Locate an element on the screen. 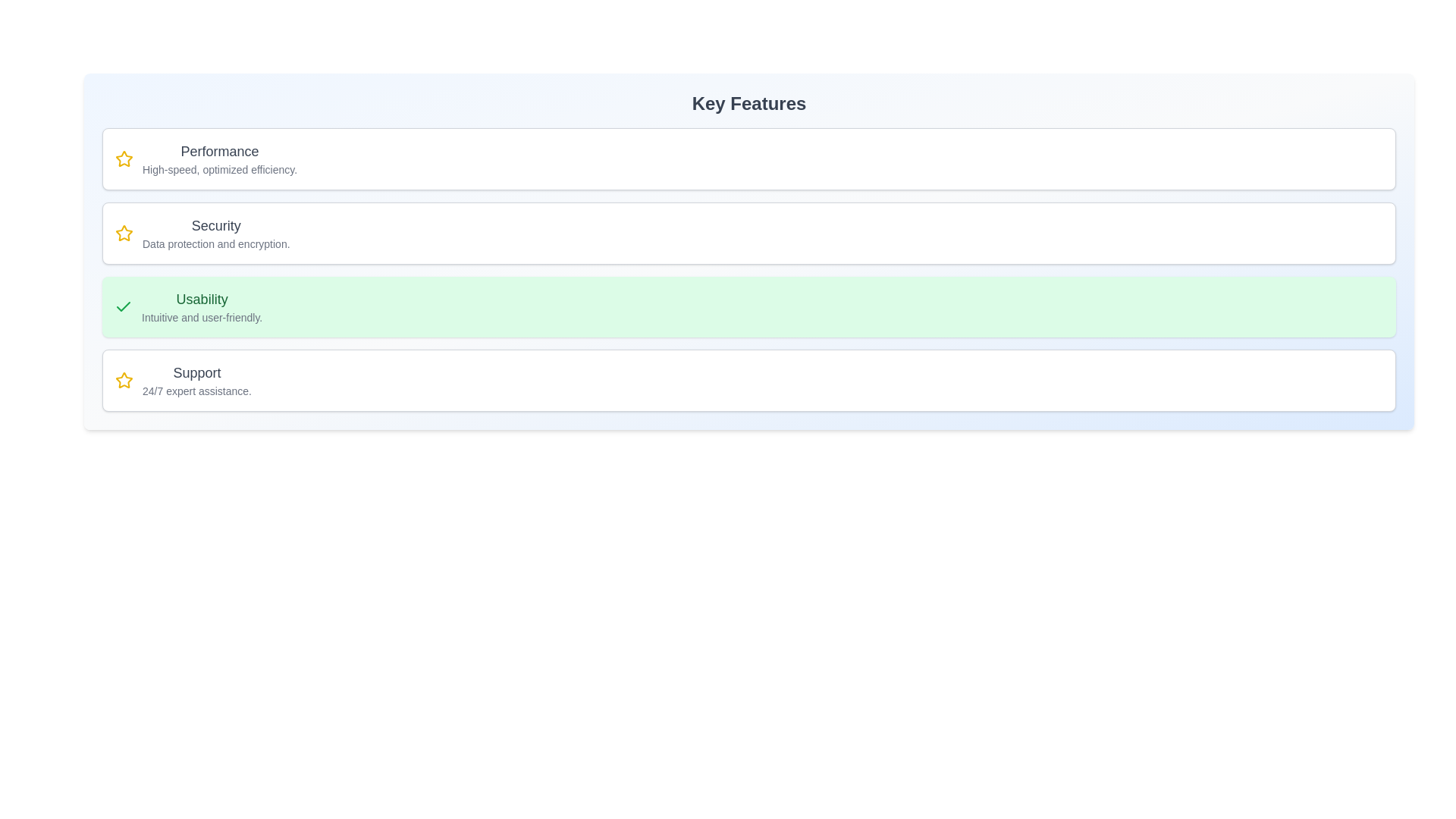 The image size is (1456, 819). the feature card corresponding to Usability to toggle its selection is located at coordinates (749, 307).